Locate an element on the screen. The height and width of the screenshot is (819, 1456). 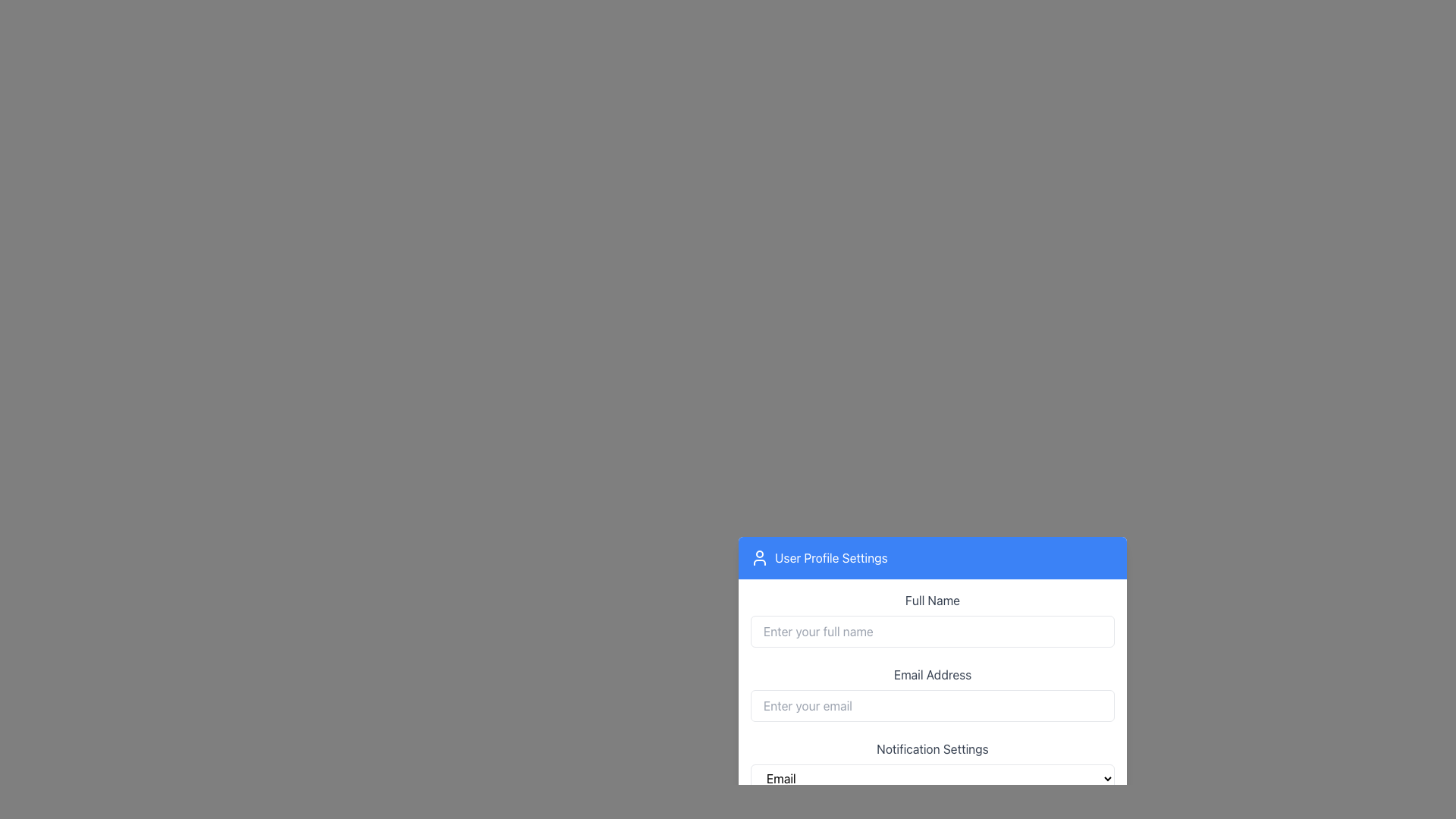
the 'Full Name' label, which is a gray text element centered above the text input field in the 'User Profile Settings' section is located at coordinates (931, 599).